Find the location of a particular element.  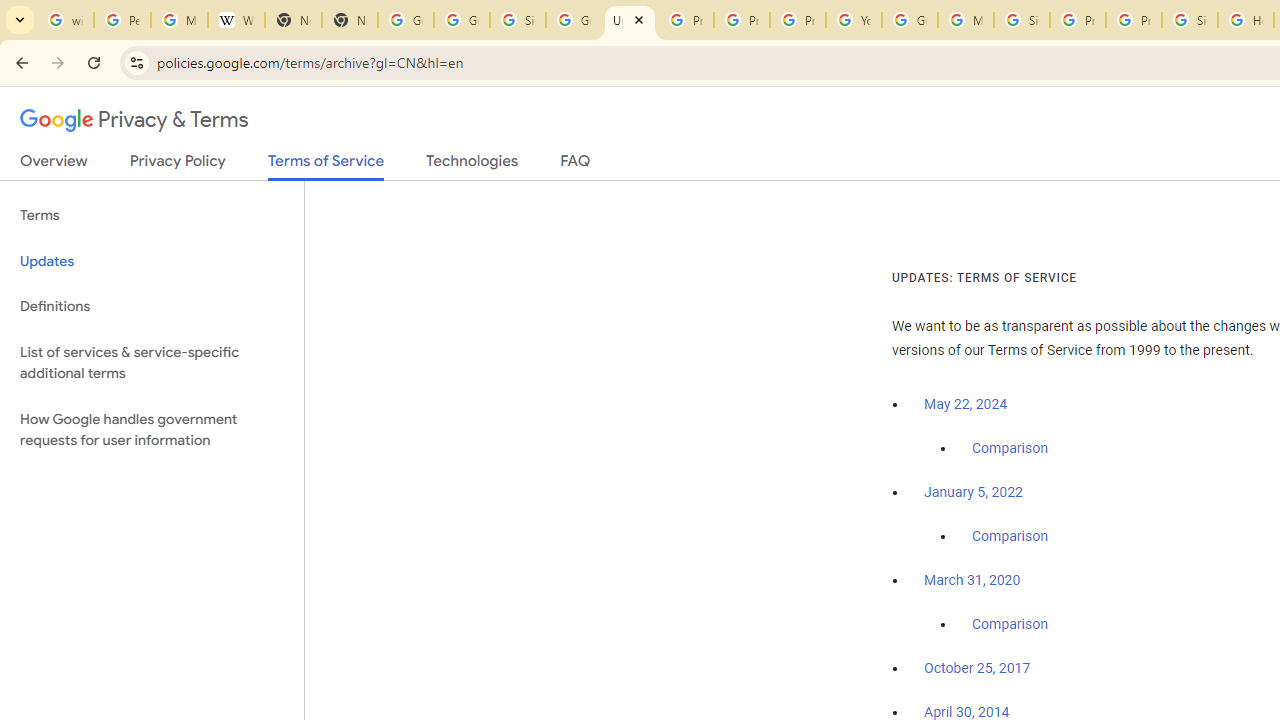

'Comparison' is located at coordinates (1009, 624).